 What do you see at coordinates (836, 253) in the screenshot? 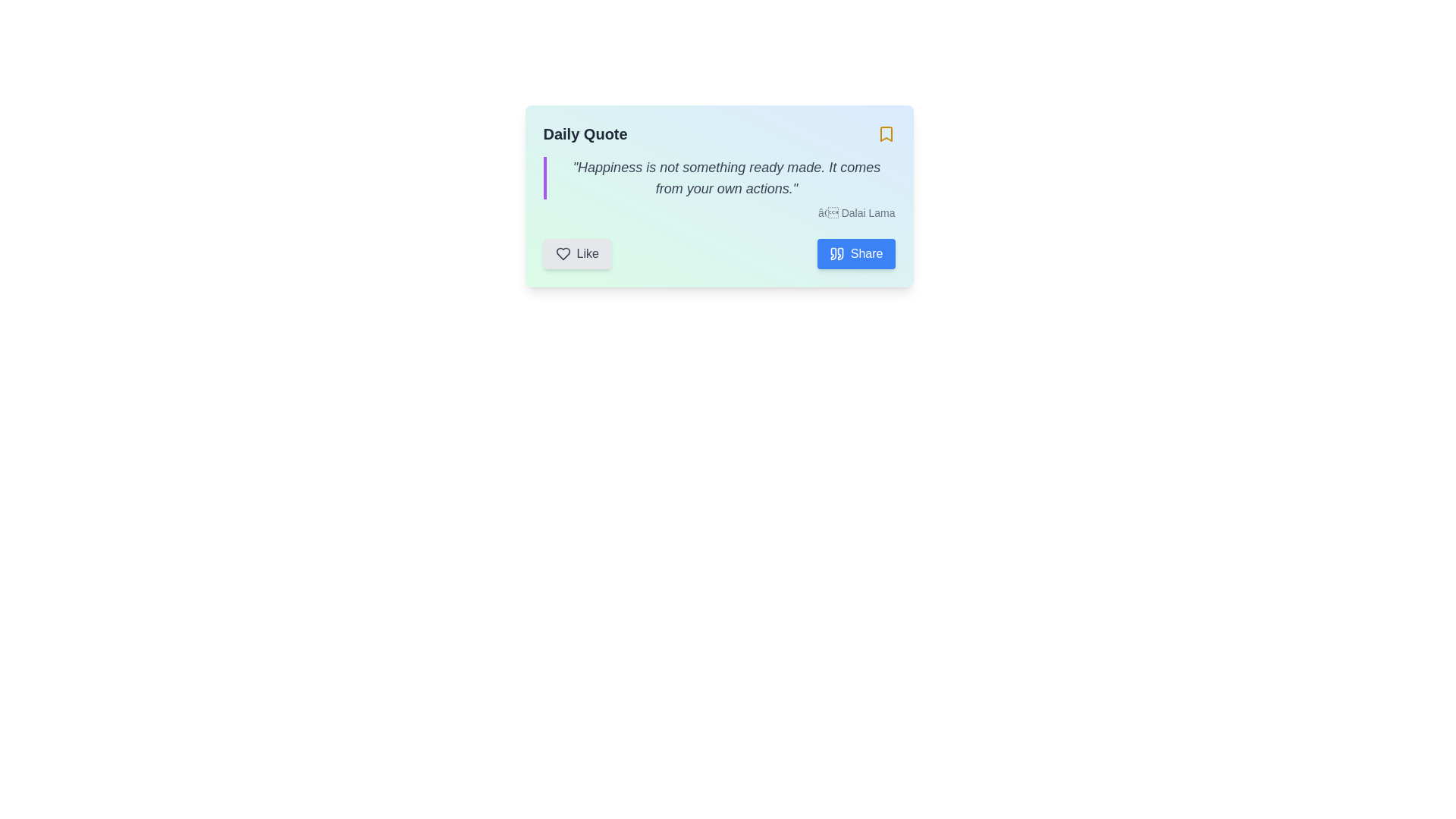
I see `the decorative icon within the 'Share' button, which is located to the left of the 'Share' text label` at bounding box center [836, 253].